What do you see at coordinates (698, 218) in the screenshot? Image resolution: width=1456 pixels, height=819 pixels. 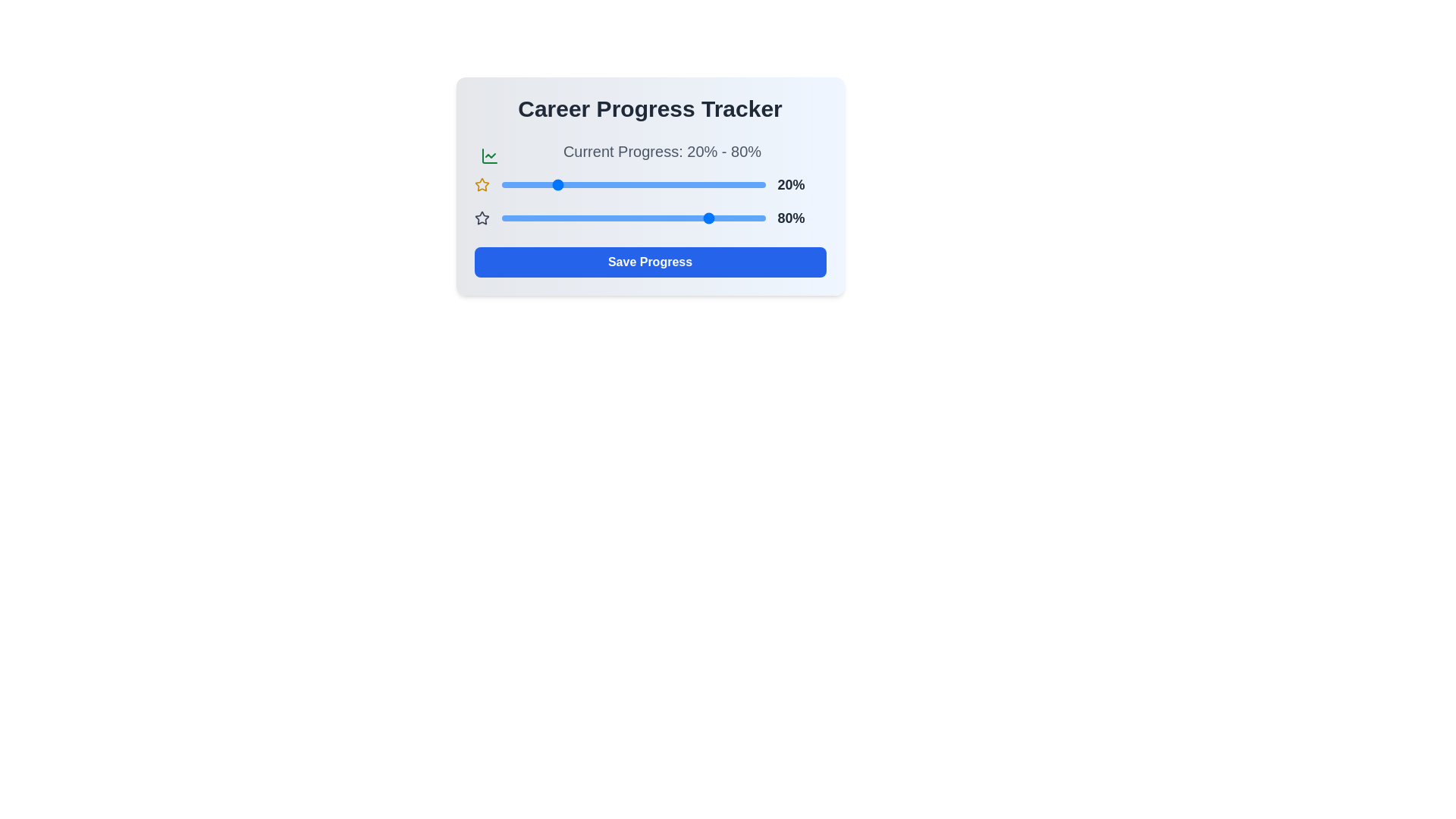 I see `the second progress slider to 75%` at bounding box center [698, 218].